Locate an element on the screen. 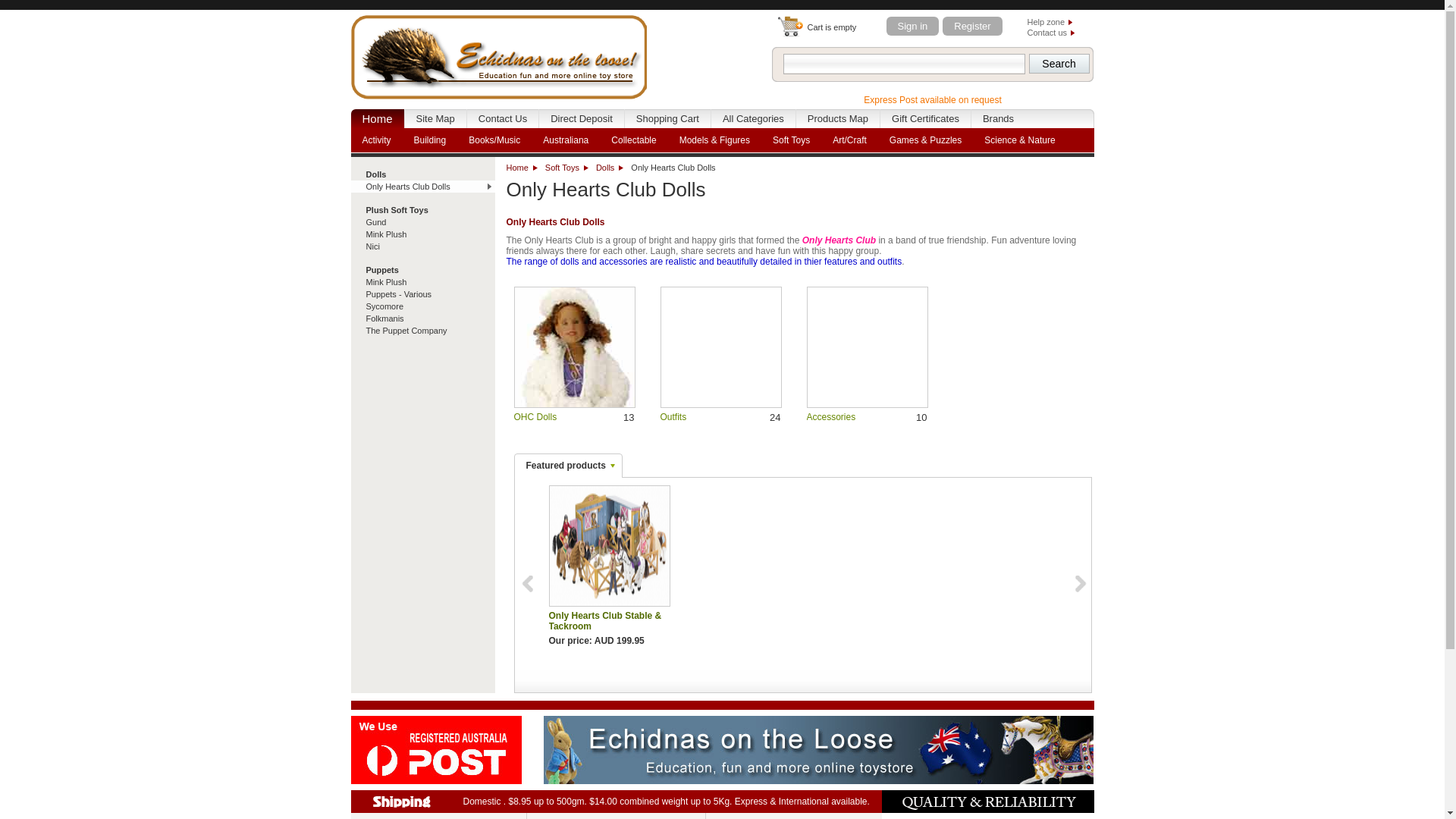 The width and height of the screenshot is (1456, 819). 'Brands' is located at coordinates (998, 118).